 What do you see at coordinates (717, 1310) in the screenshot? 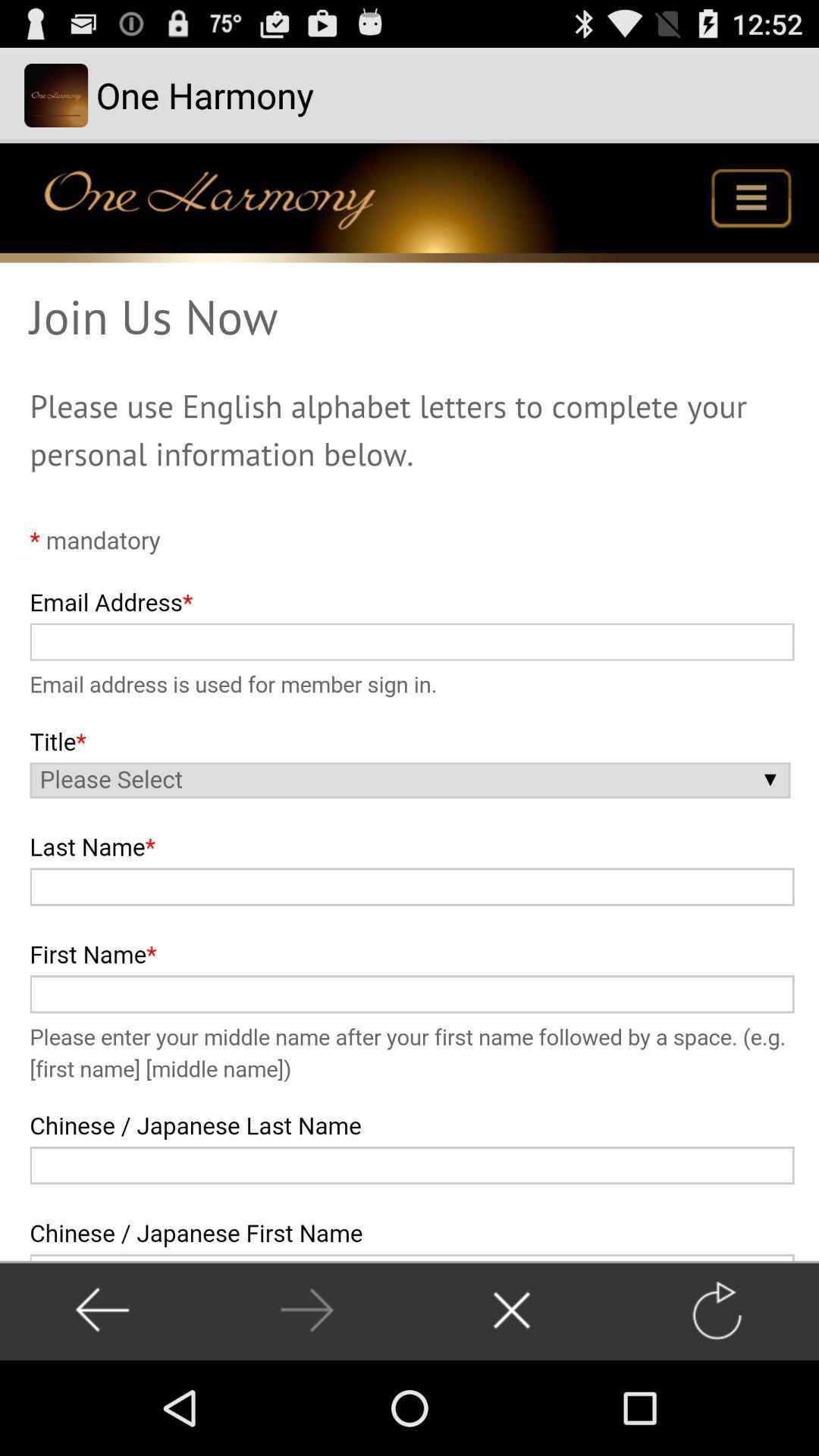
I see `refresh page` at bounding box center [717, 1310].